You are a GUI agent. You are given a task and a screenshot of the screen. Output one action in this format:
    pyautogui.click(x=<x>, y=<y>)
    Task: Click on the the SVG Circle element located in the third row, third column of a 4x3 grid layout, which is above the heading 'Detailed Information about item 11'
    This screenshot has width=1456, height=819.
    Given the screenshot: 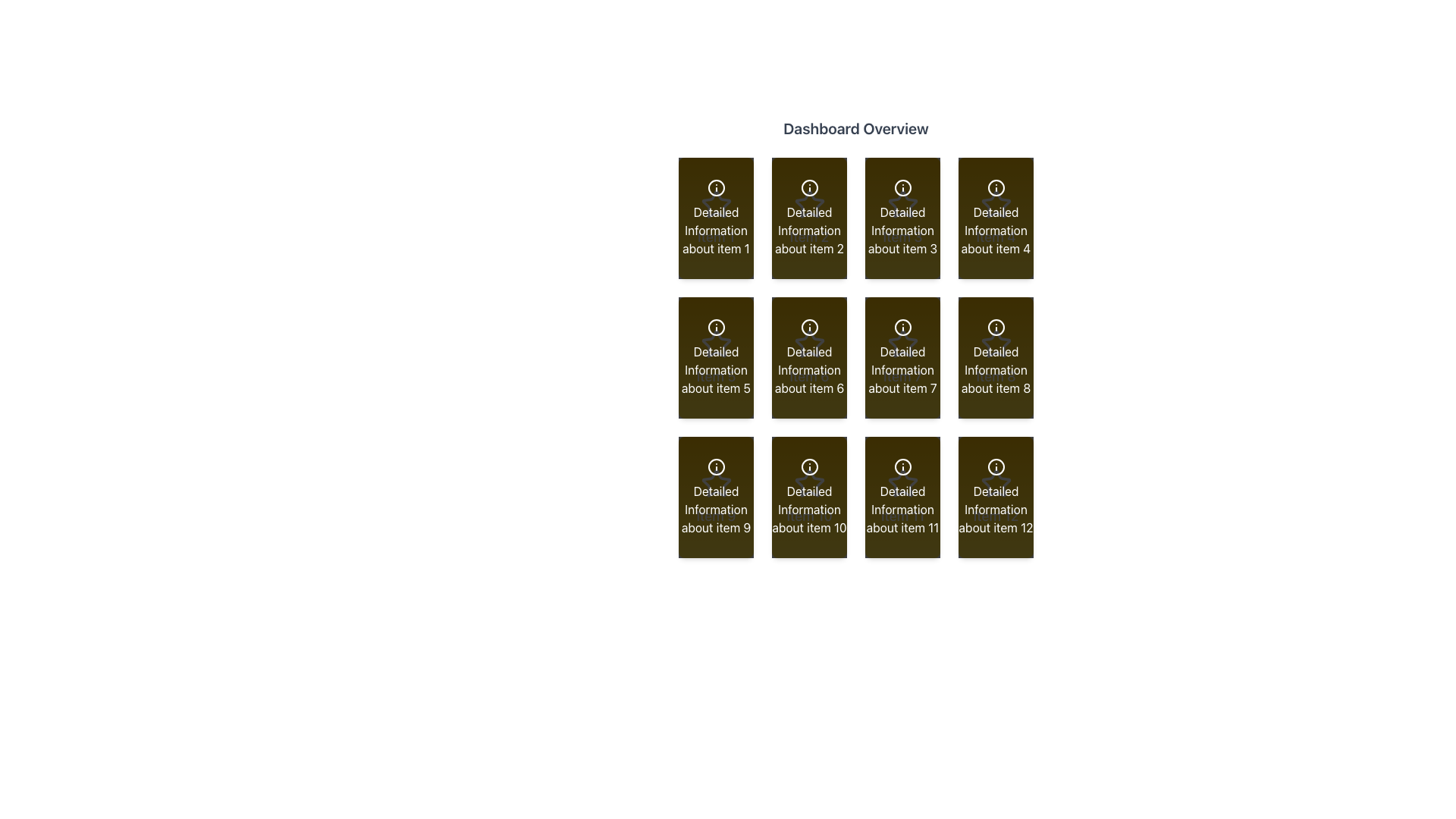 What is the action you would take?
    pyautogui.click(x=902, y=466)
    